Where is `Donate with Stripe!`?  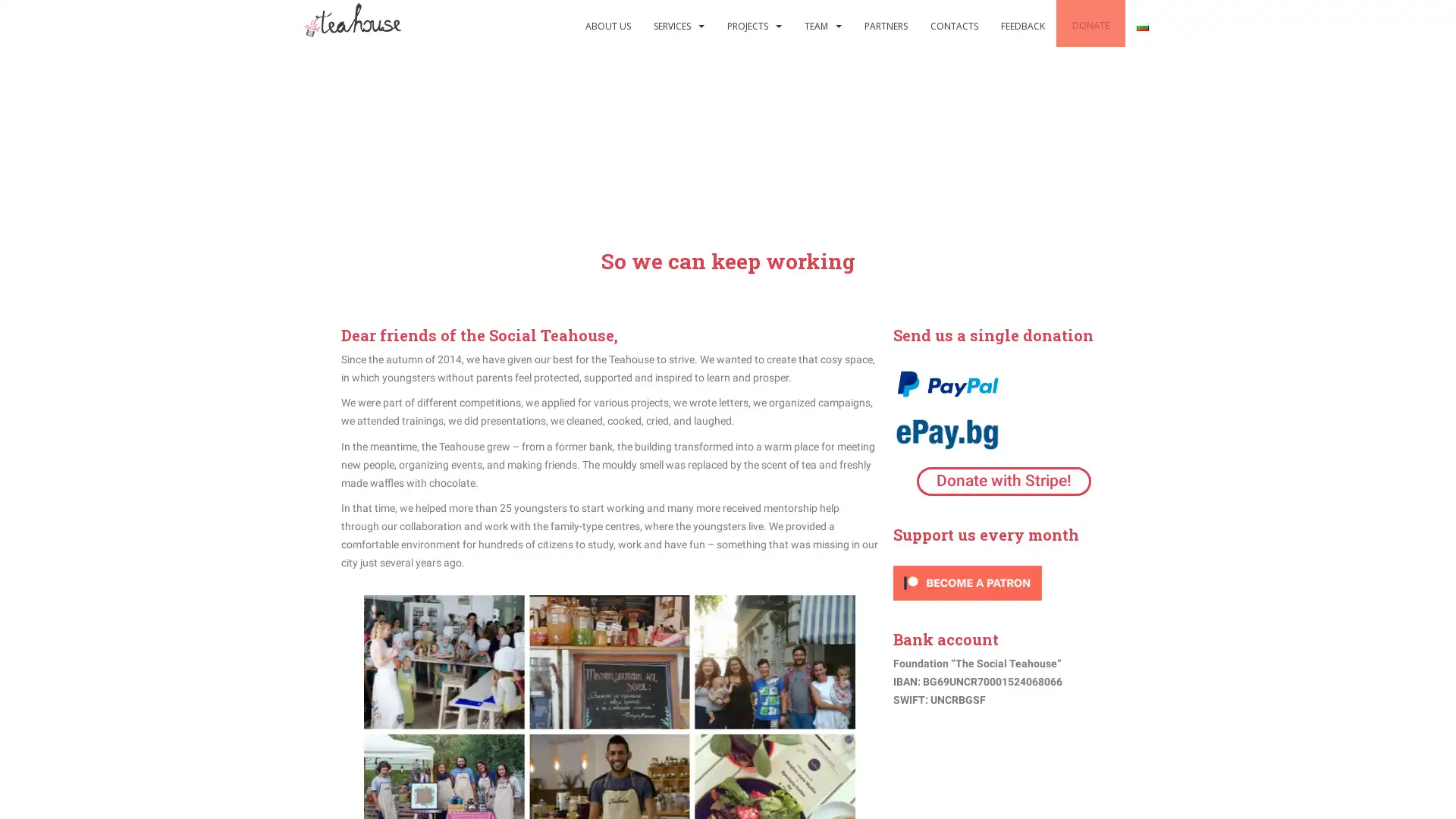
Donate with Stripe! is located at coordinates (1003, 481).